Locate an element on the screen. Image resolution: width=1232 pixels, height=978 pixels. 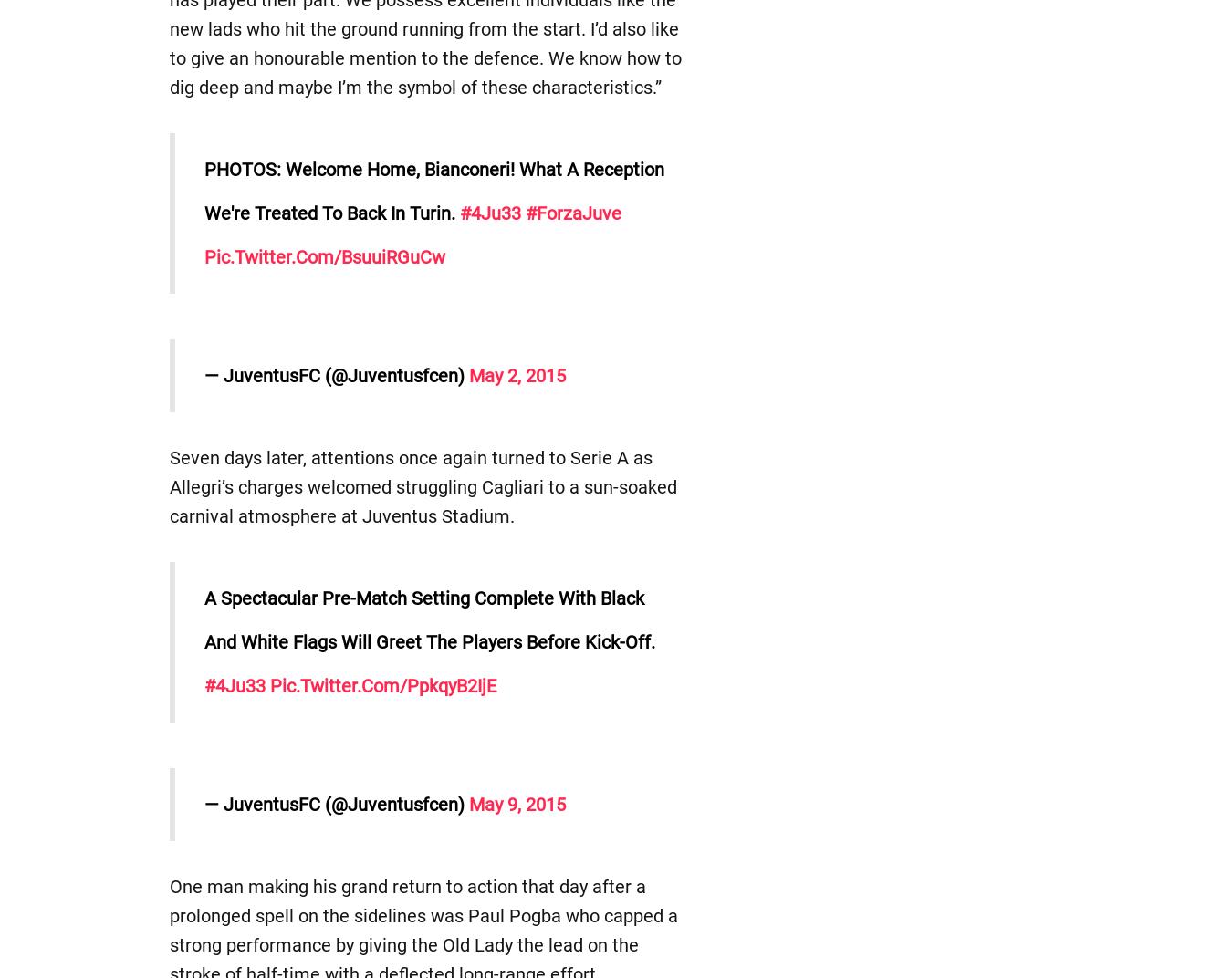
'pic.twitter.com/PpkqyB2IjE' is located at coordinates (382, 686).